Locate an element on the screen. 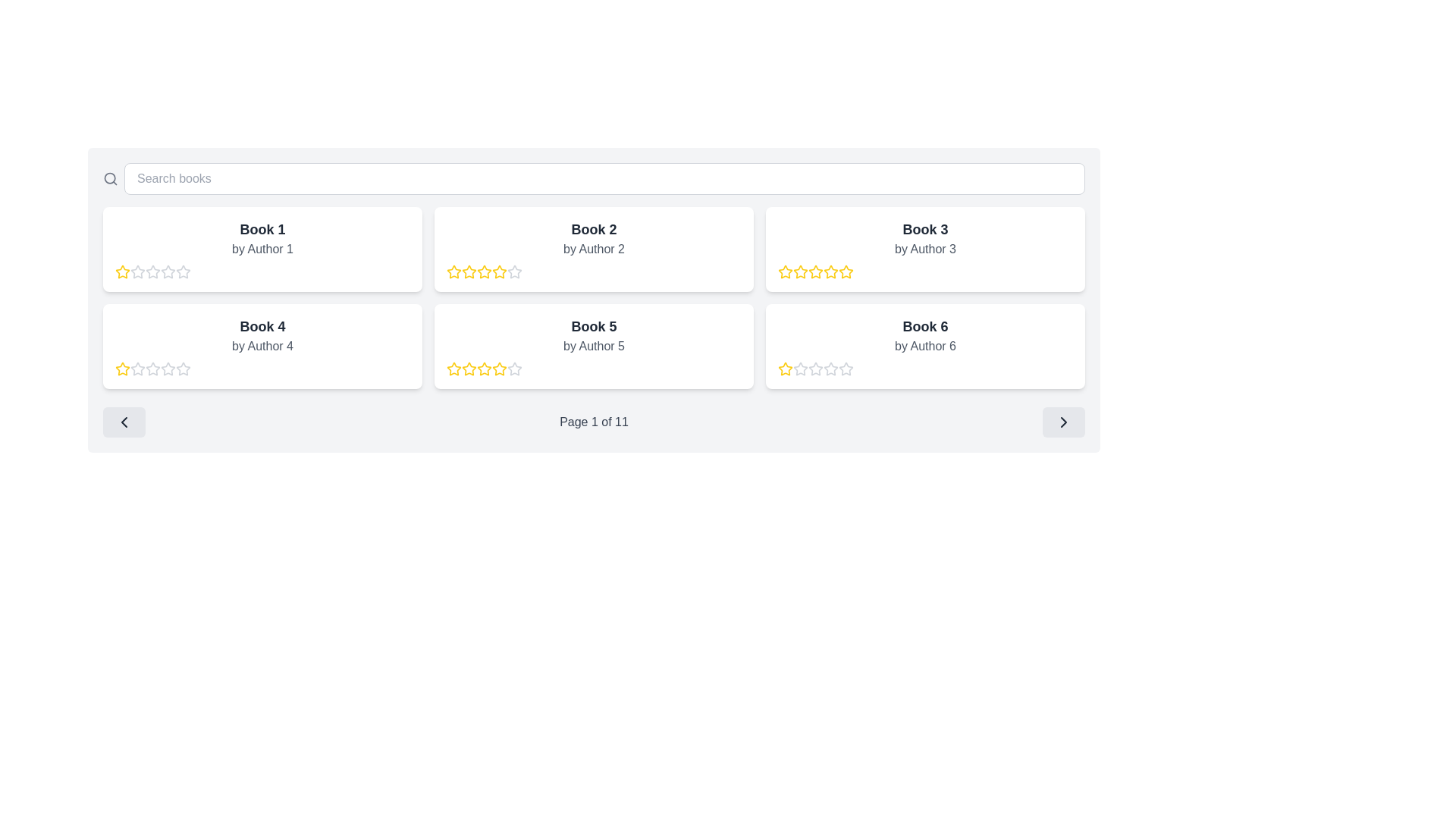  the partially filled star icon in the 5-star rating system for 'Book 2 by Author 2' is located at coordinates (469, 271).